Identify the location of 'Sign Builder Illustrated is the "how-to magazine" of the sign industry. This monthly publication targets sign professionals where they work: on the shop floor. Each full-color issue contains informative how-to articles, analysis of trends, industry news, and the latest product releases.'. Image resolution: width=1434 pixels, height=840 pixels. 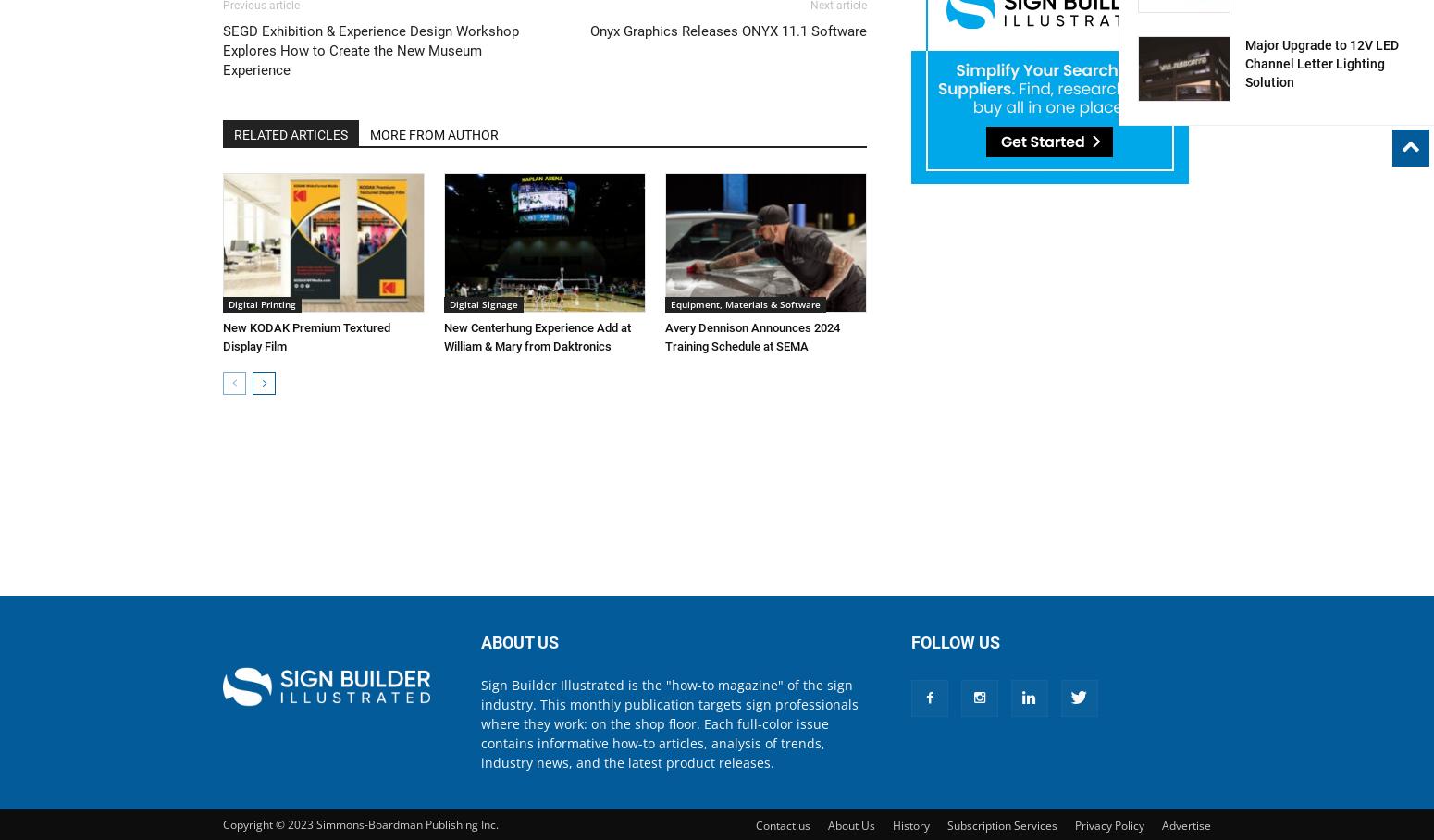
(670, 723).